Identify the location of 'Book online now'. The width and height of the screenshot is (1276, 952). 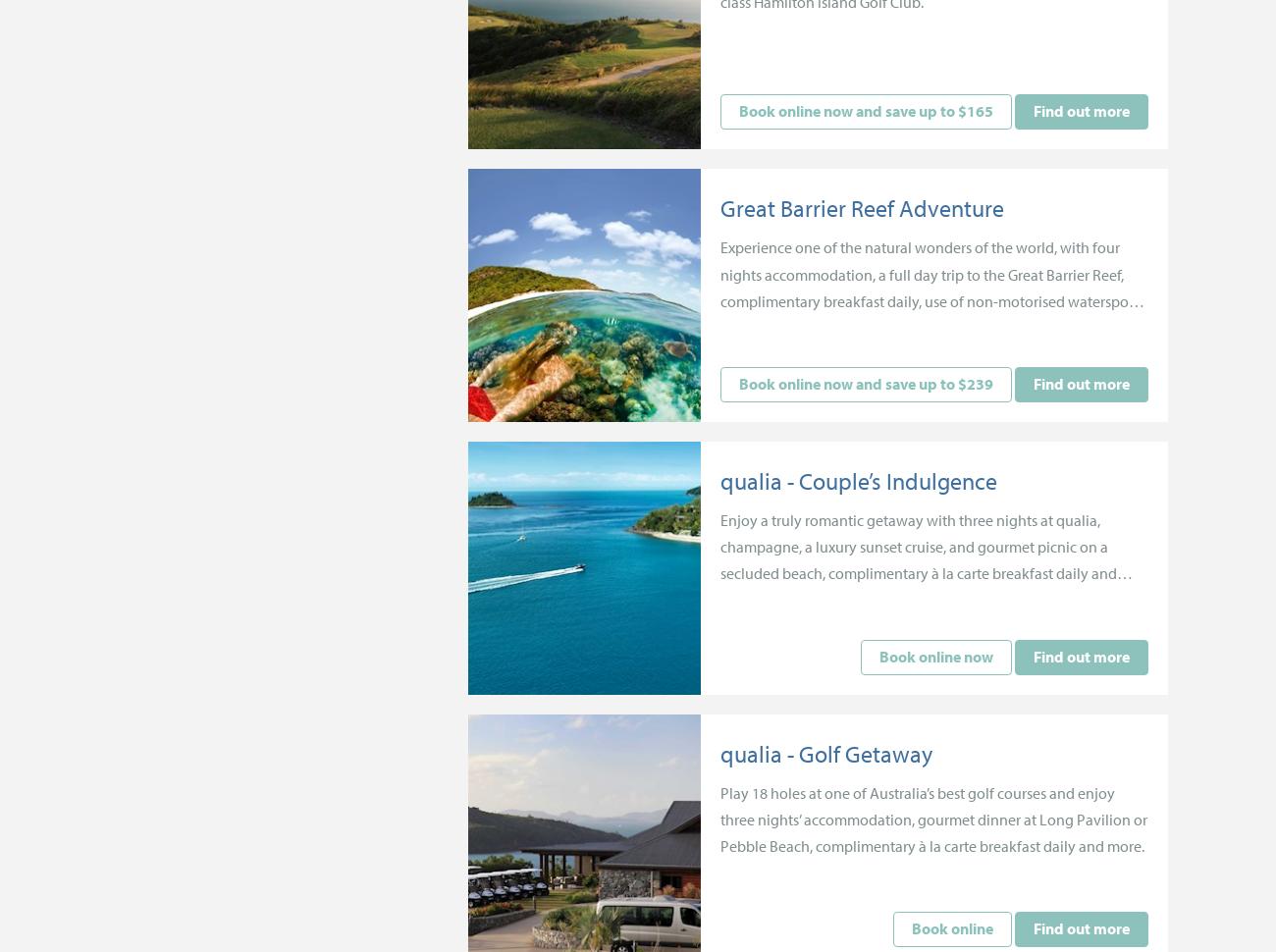
(935, 655).